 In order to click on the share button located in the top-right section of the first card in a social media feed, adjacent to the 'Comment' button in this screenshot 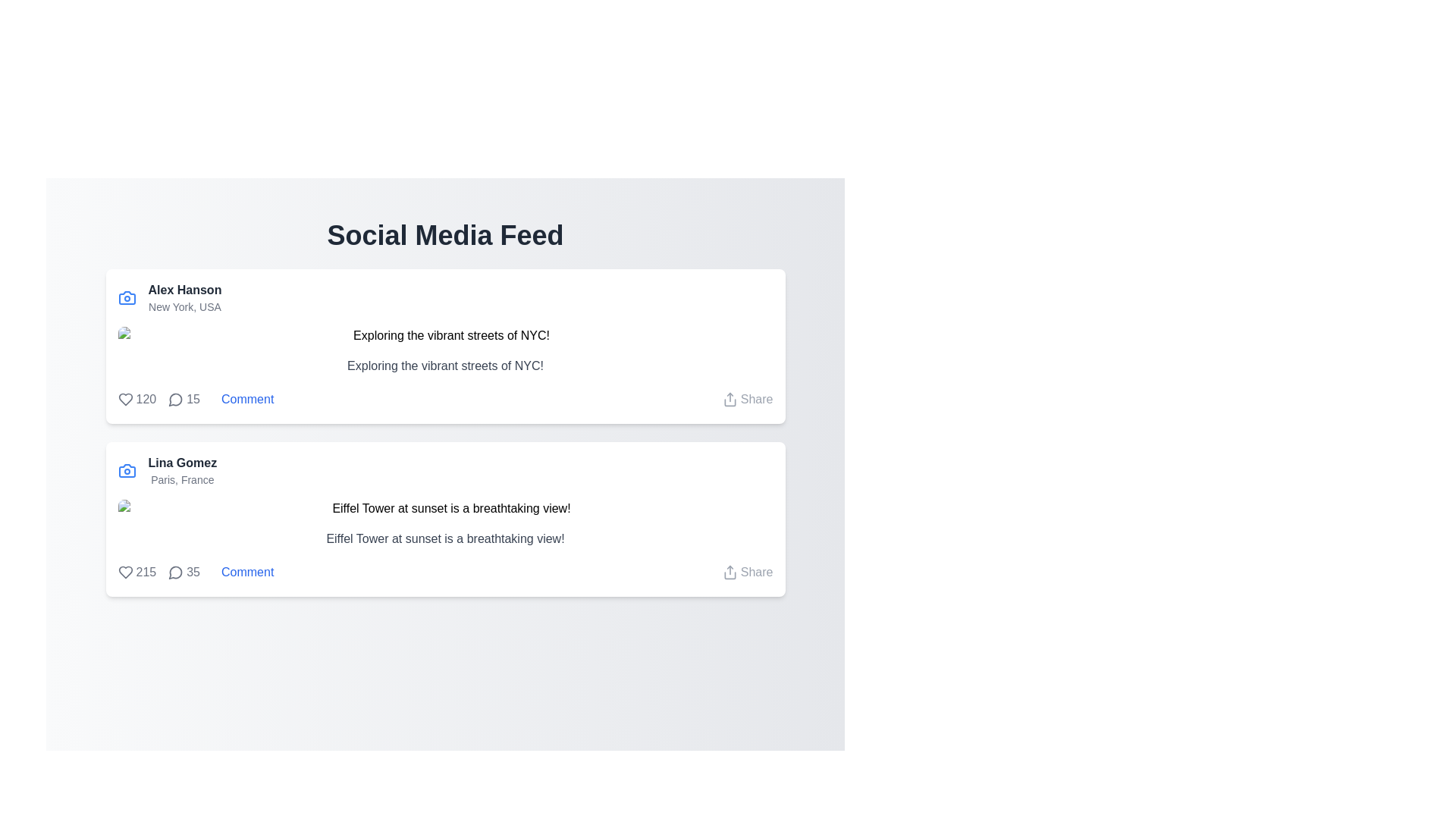, I will do `click(748, 399)`.